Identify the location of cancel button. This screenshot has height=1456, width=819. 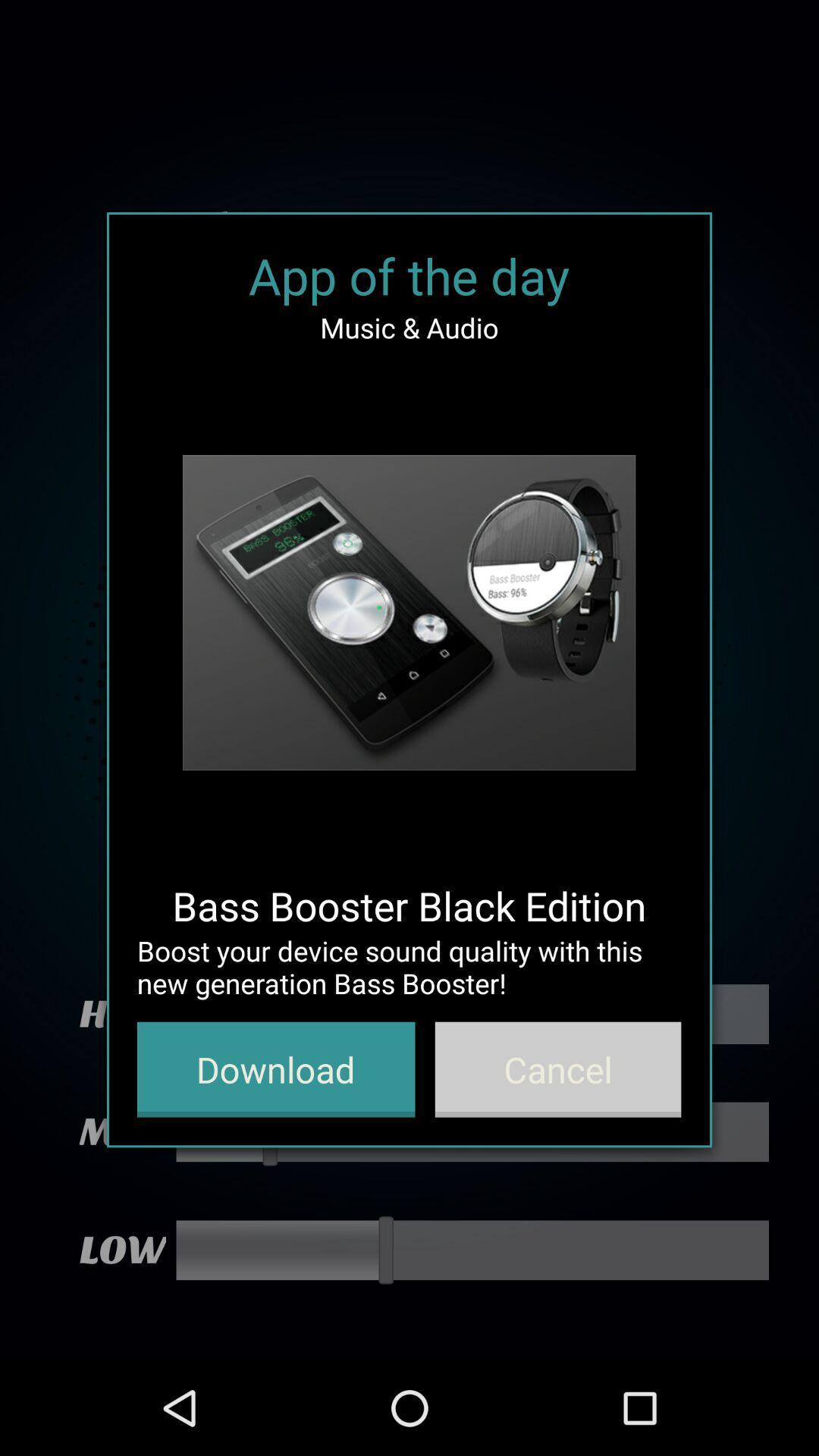
(558, 1068).